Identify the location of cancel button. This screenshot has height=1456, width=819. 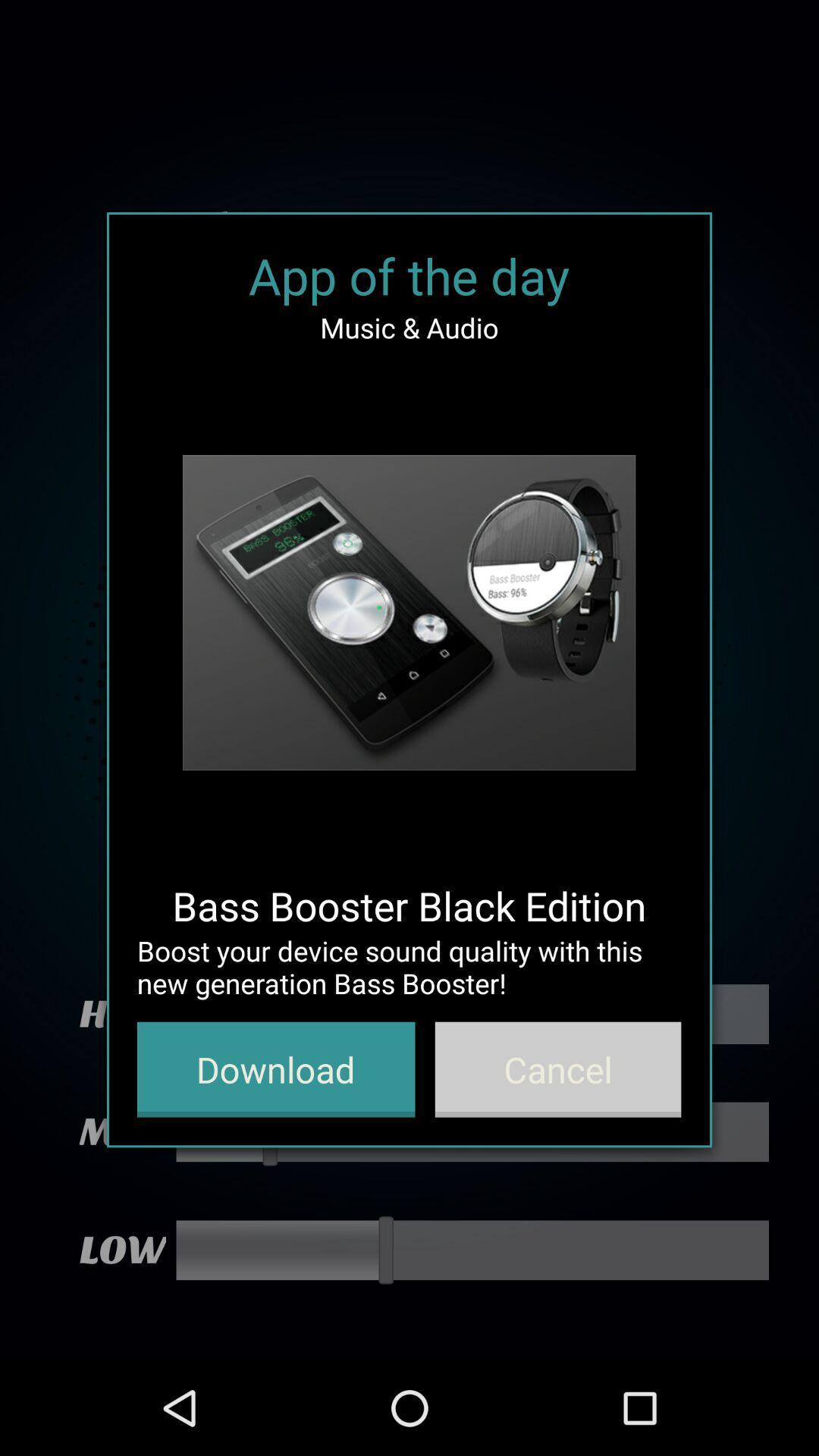
(558, 1068).